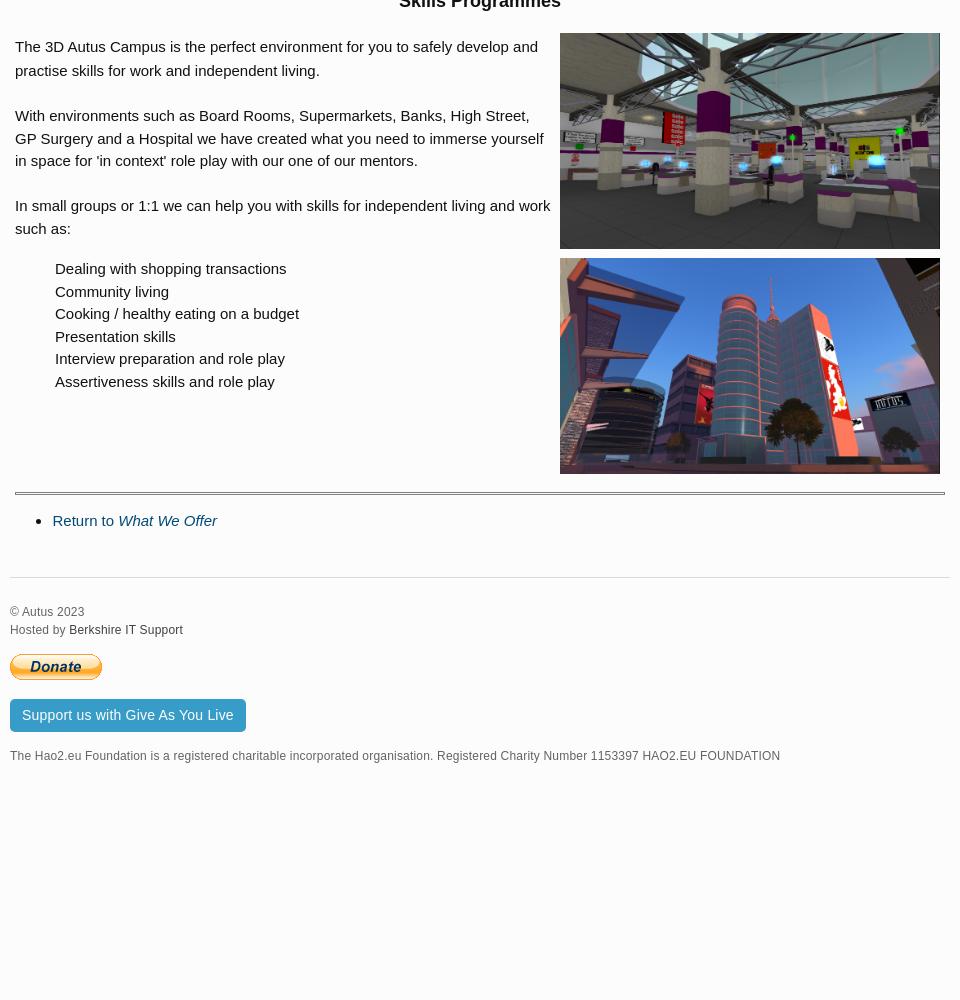  Describe the element at coordinates (275, 58) in the screenshot. I see `'The 3D Autus Campus is the perfect environment for you to safely develop and practise skills for work and independent living.'` at that location.